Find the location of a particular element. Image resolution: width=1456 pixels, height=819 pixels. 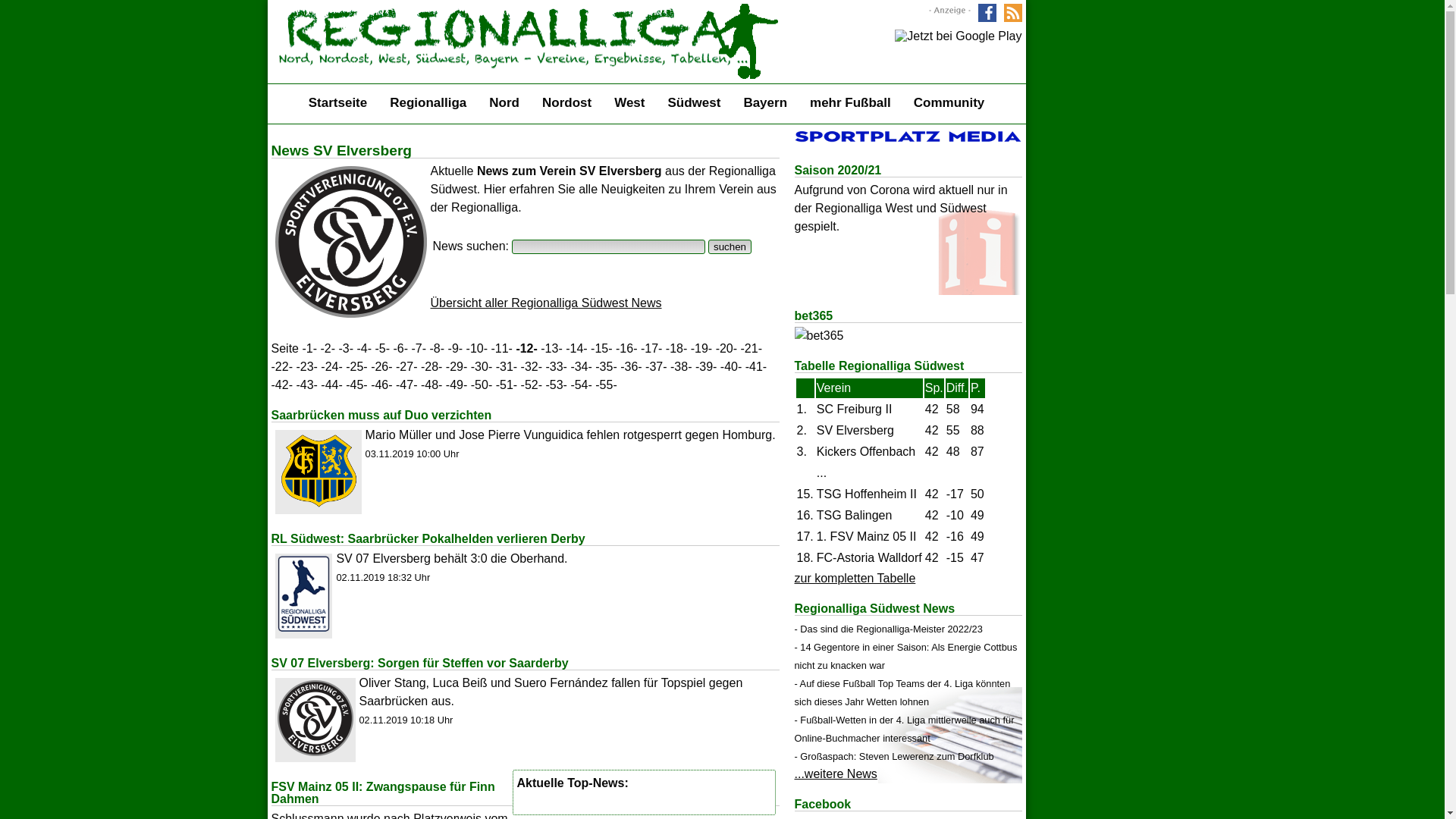

'-25-' is located at coordinates (356, 366).